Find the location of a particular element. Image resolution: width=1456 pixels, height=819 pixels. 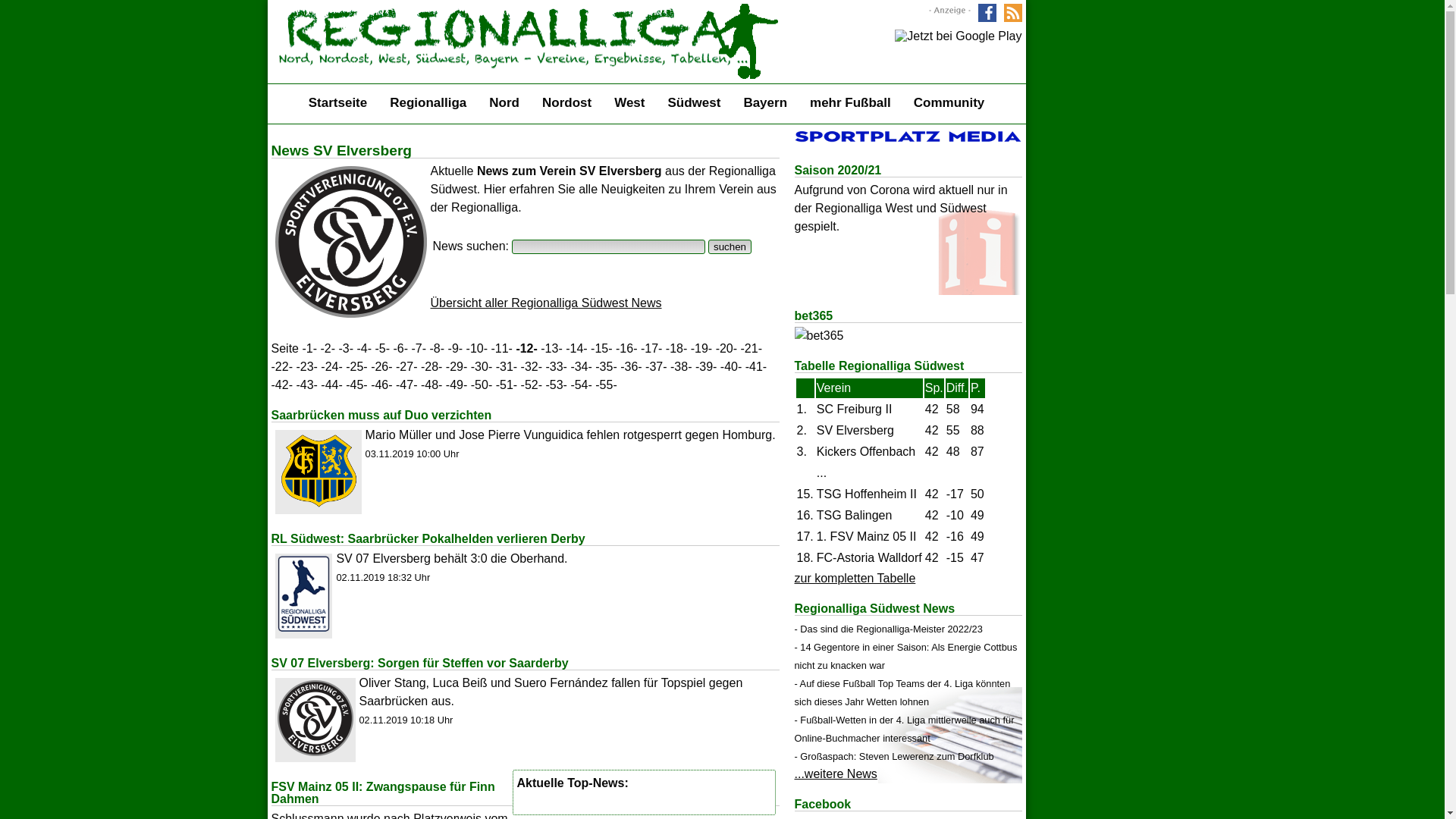

'-25-' is located at coordinates (356, 366).